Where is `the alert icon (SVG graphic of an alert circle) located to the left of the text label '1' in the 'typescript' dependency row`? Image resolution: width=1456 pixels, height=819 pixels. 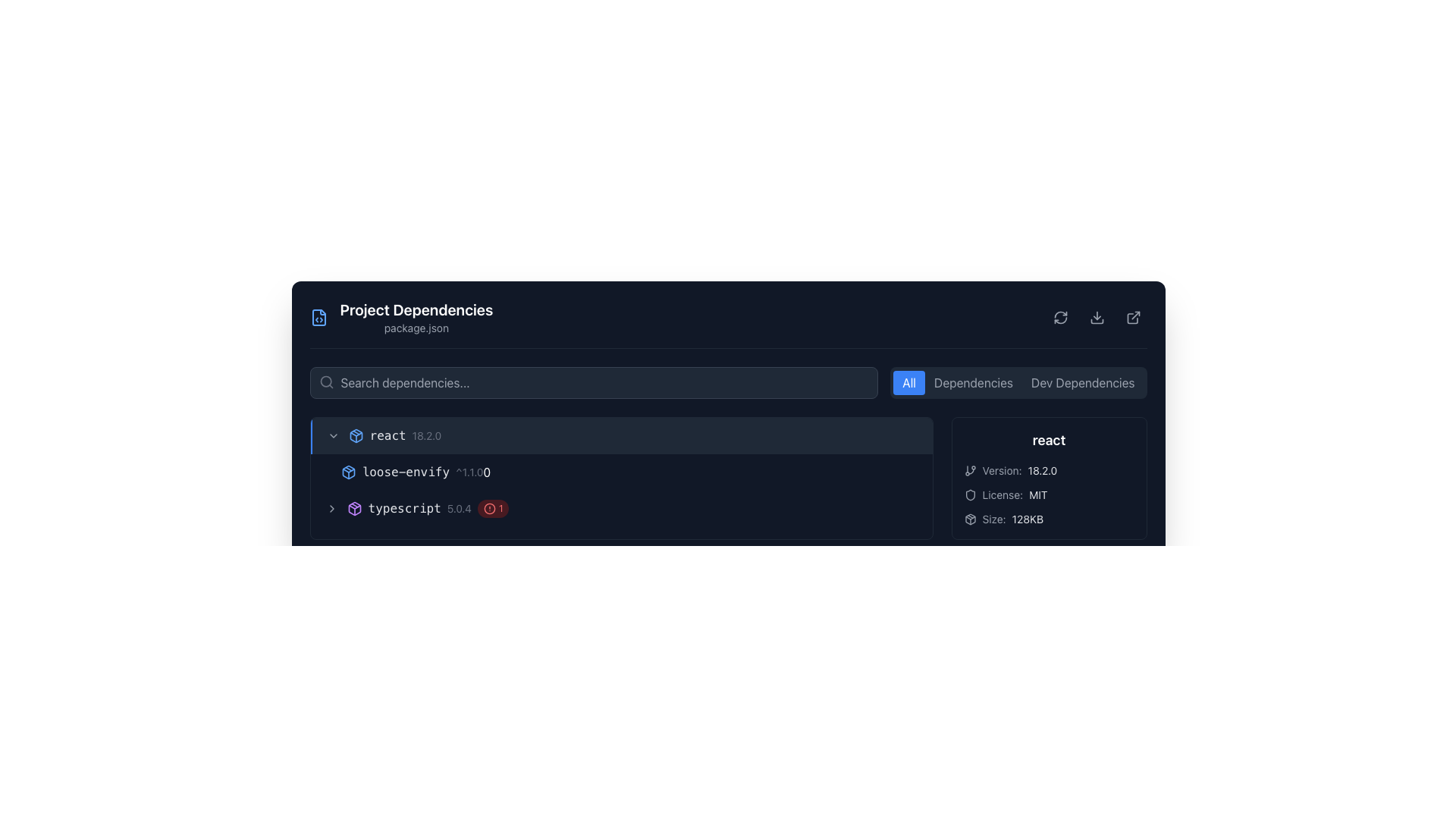 the alert icon (SVG graphic of an alert circle) located to the left of the text label '1' in the 'typescript' dependency row is located at coordinates (489, 509).